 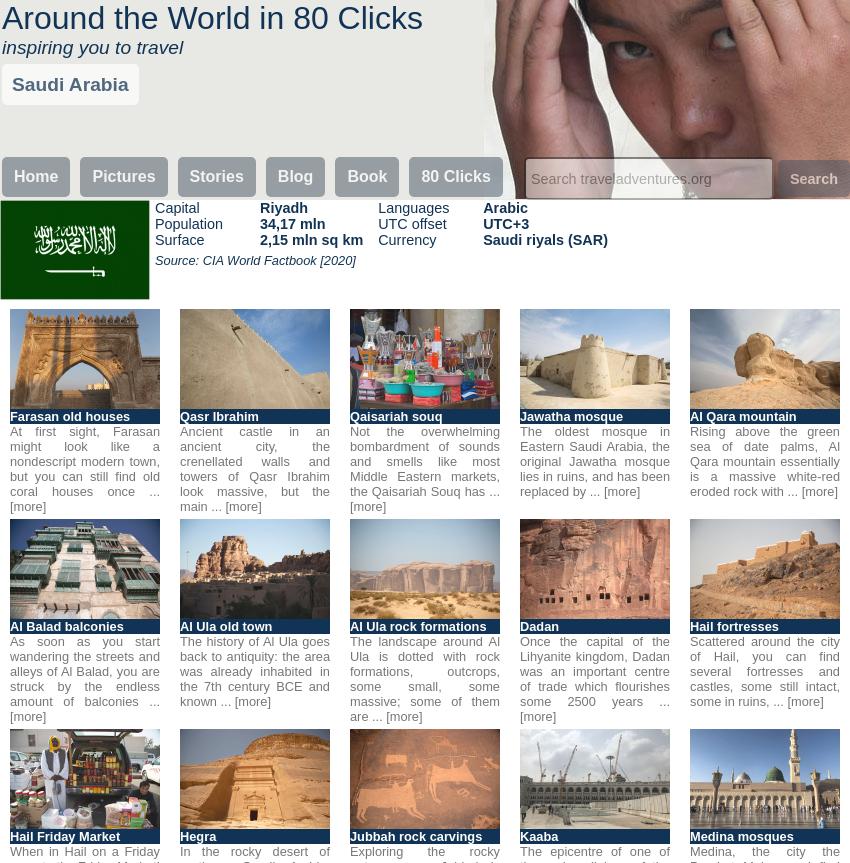 I want to click on 'Ancient castle in an ancient city, the crenellated walls and towers of Qasr Ibrahim look massive, but the main  ... [more]', so click(x=255, y=468).